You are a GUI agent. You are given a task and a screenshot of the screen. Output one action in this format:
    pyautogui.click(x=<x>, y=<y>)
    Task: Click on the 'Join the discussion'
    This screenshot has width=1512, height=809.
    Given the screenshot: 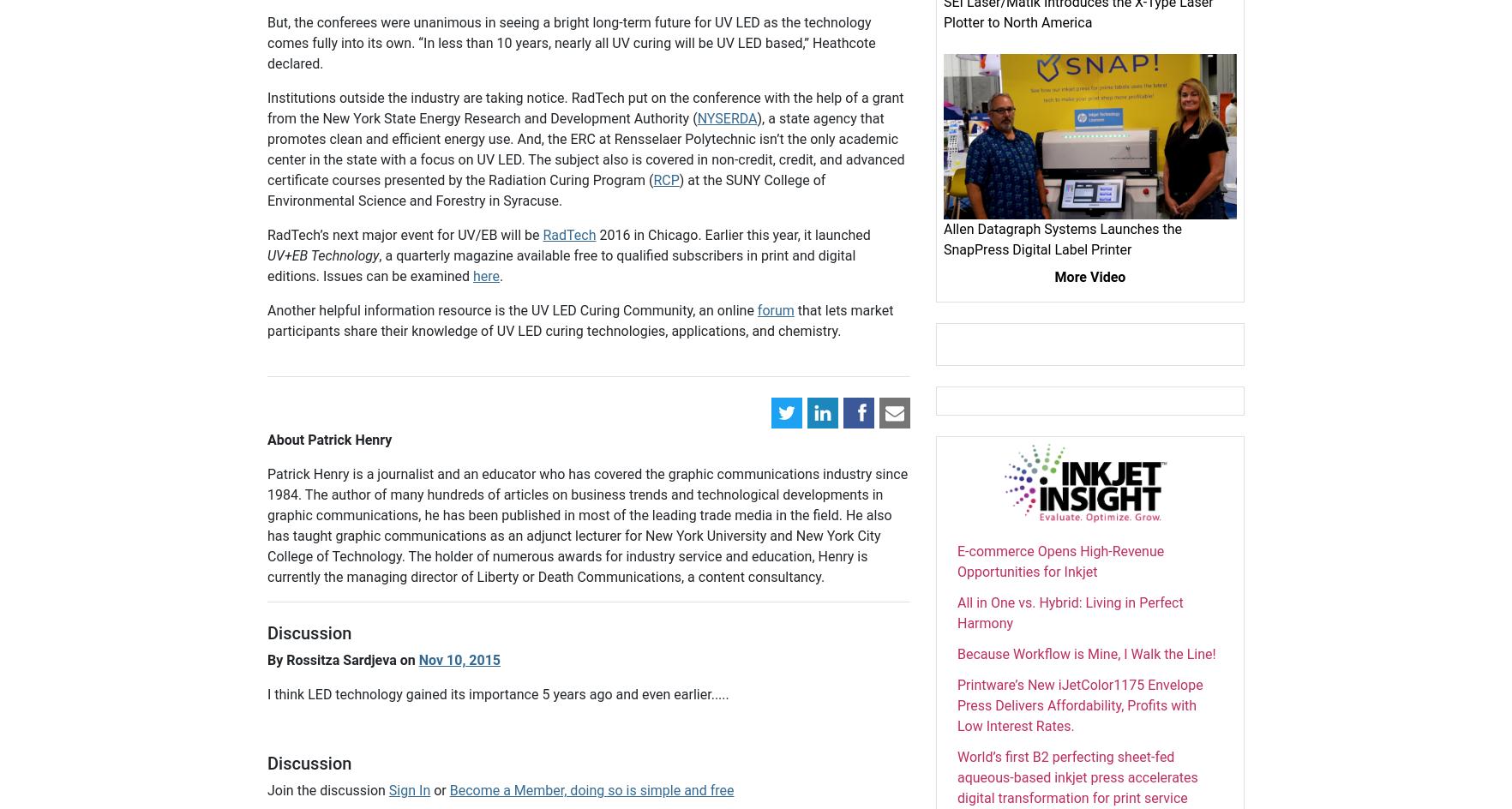 What is the action you would take?
    pyautogui.click(x=327, y=789)
    